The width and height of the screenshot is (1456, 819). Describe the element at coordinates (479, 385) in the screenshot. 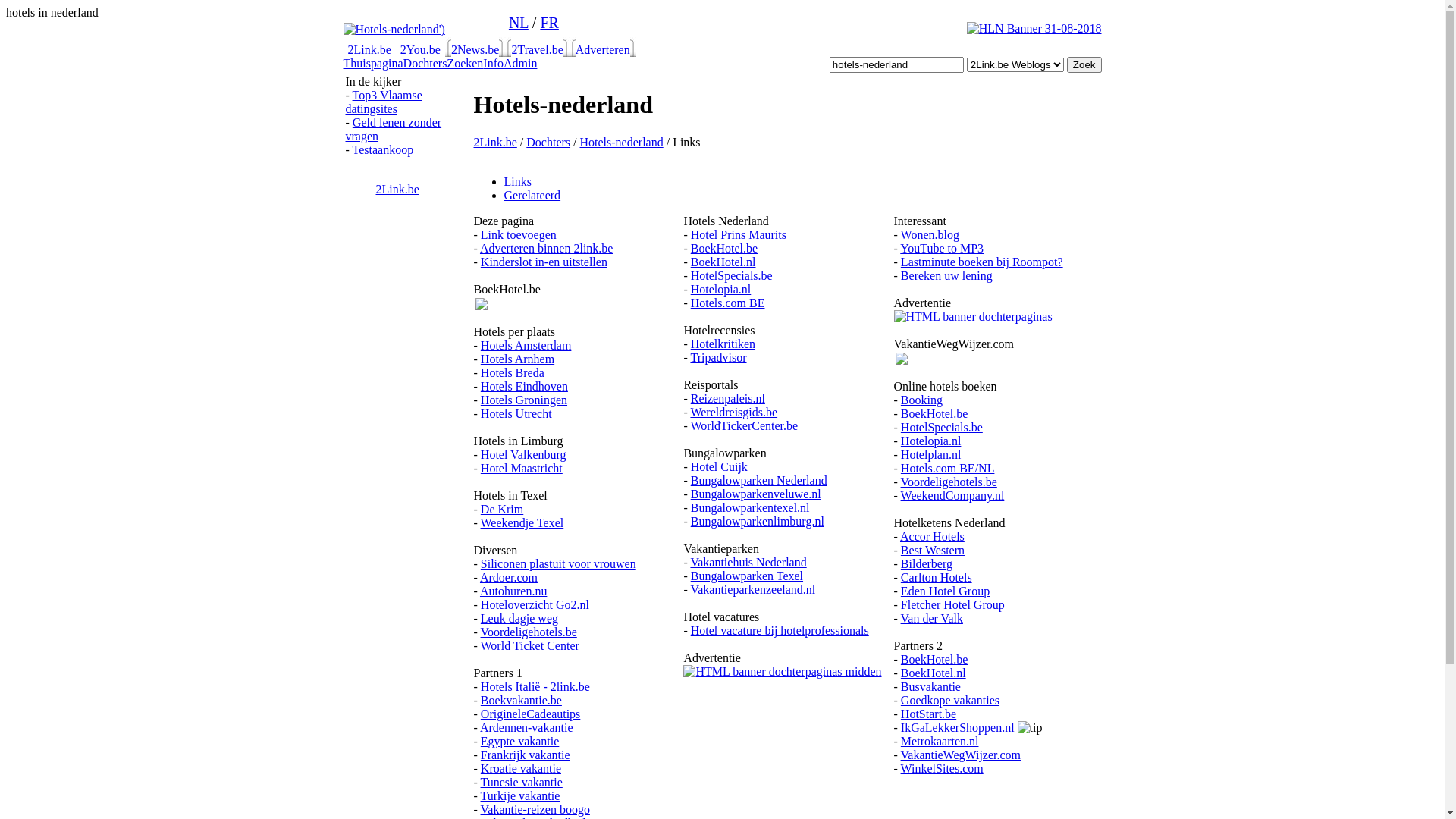

I see `'Hotels Eindhoven'` at that location.